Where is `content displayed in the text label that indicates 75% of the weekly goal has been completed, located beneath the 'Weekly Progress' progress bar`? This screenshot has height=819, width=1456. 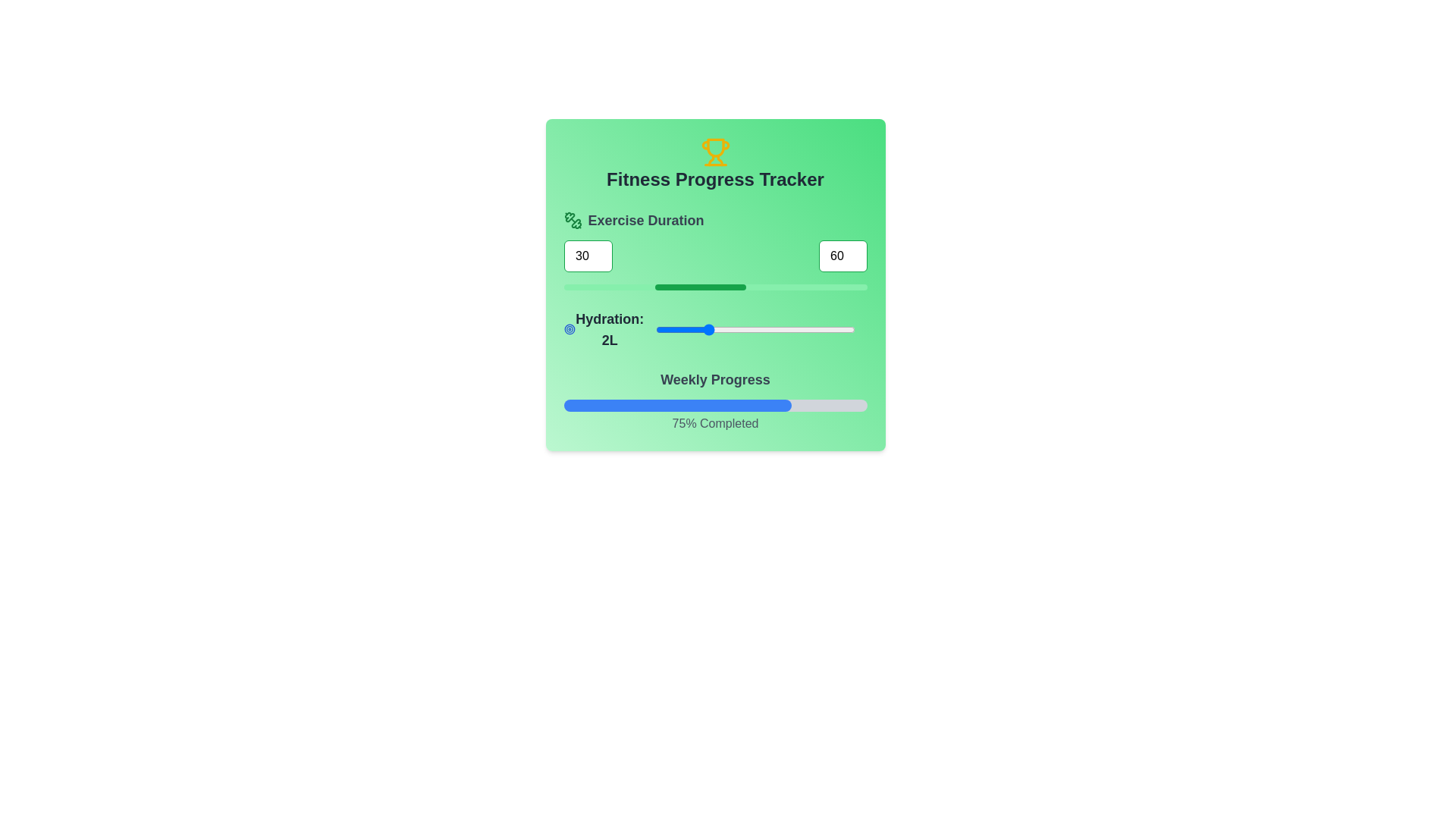
content displayed in the text label that indicates 75% of the weekly goal has been completed, located beneath the 'Weekly Progress' progress bar is located at coordinates (714, 424).